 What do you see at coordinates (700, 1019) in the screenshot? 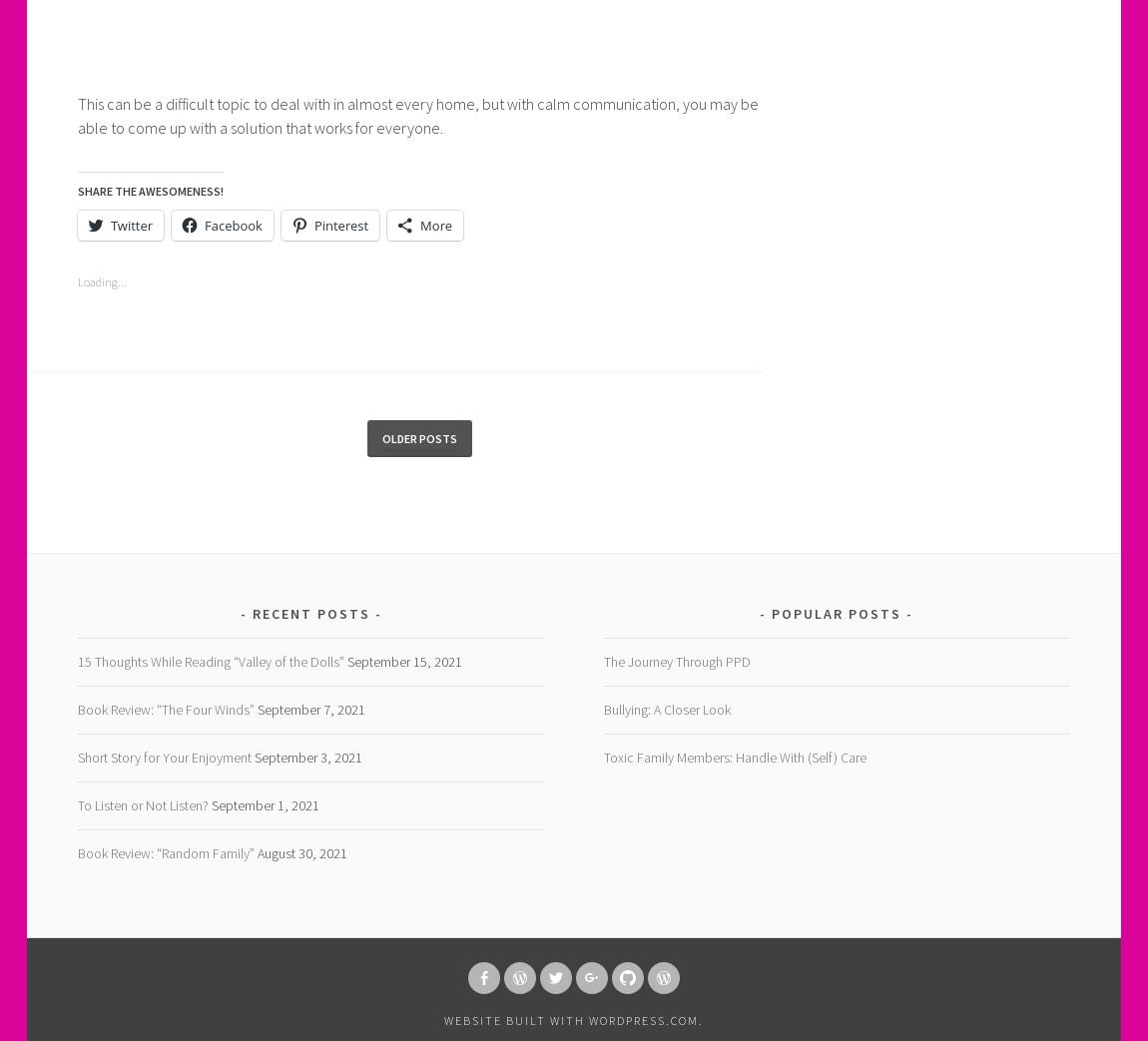
I see `'.'` at bounding box center [700, 1019].